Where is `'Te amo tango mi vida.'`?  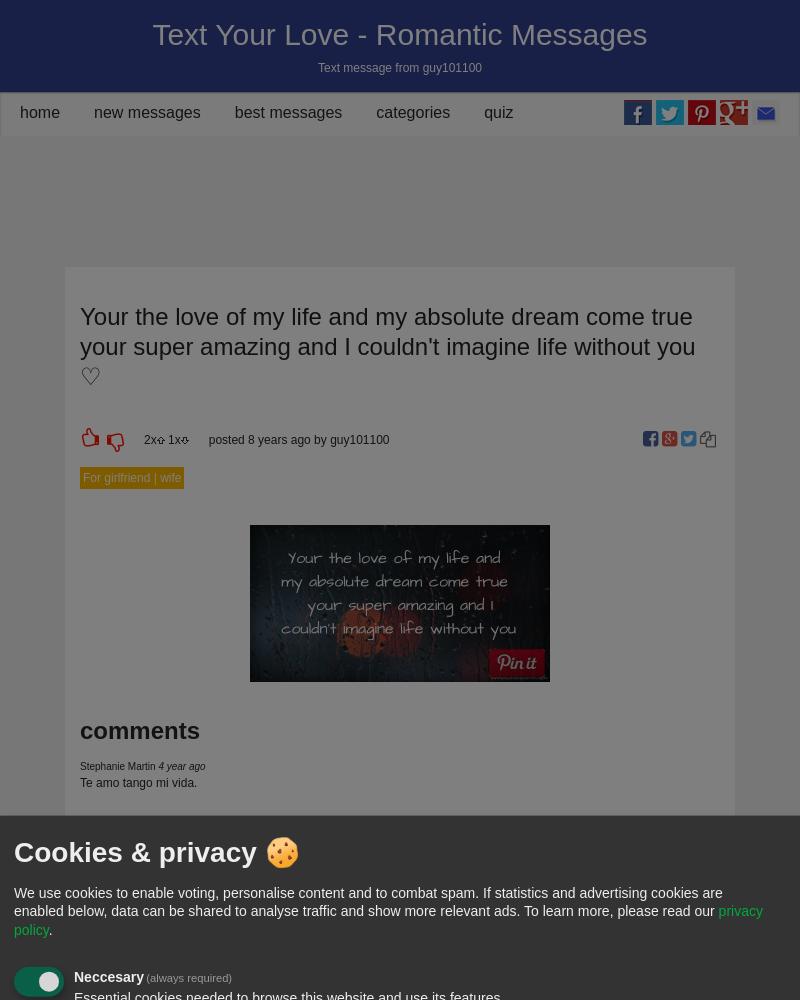
'Te amo tango mi vida.' is located at coordinates (80, 783).